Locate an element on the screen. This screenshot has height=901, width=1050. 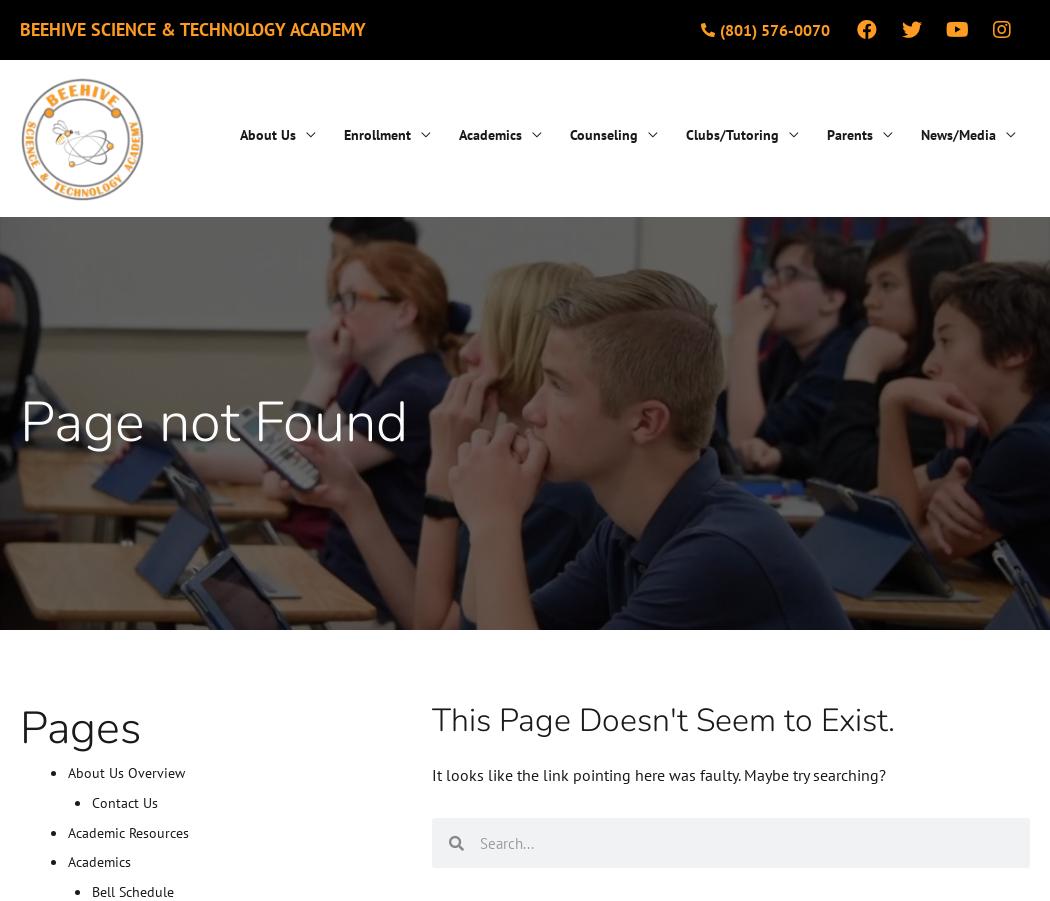
'This Page Doesn't Seem to Exist.' is located at coordinates (662, 719).